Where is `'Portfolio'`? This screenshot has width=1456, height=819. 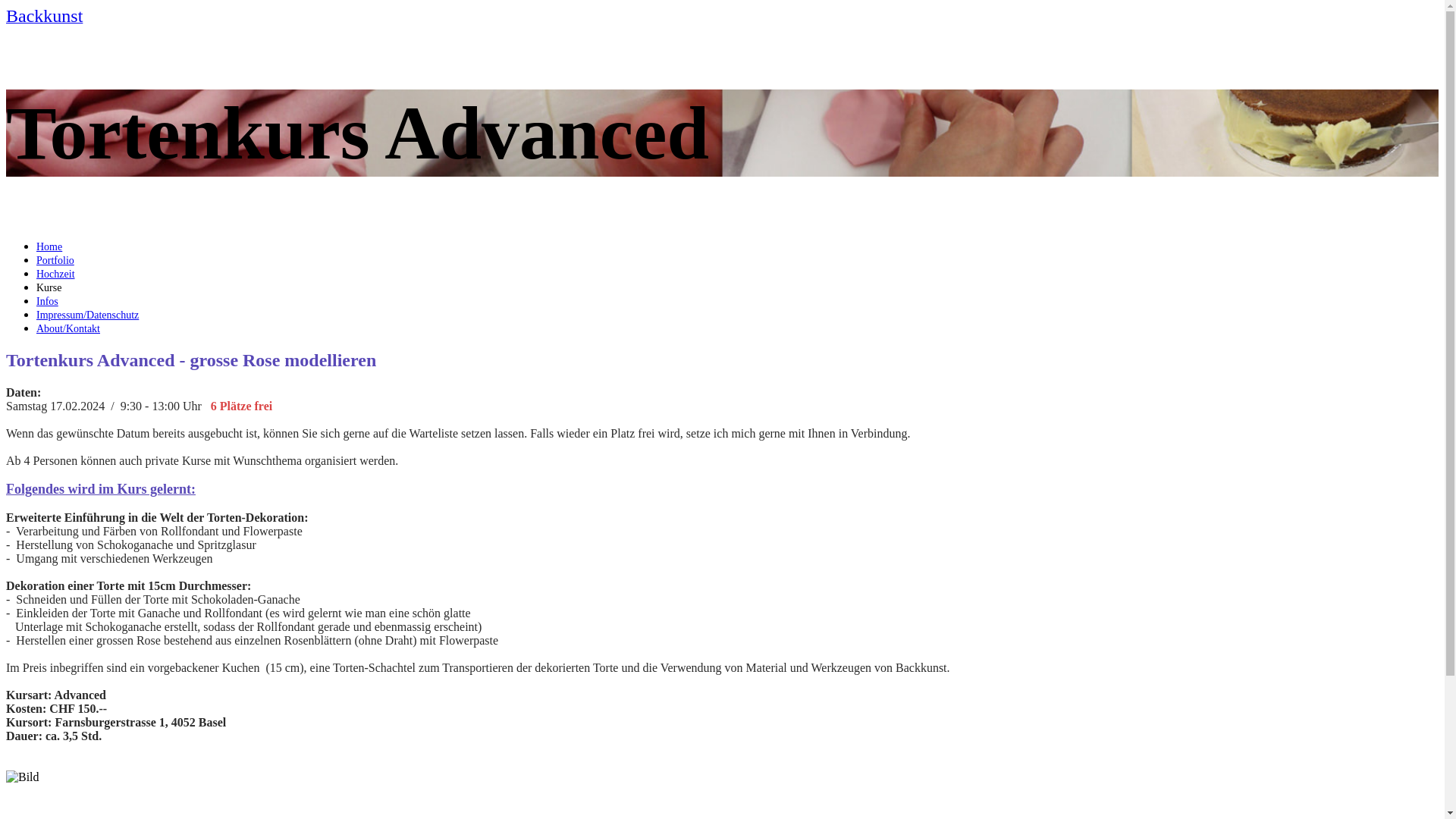 'Portfolio' is located at coordinates (55, 259).